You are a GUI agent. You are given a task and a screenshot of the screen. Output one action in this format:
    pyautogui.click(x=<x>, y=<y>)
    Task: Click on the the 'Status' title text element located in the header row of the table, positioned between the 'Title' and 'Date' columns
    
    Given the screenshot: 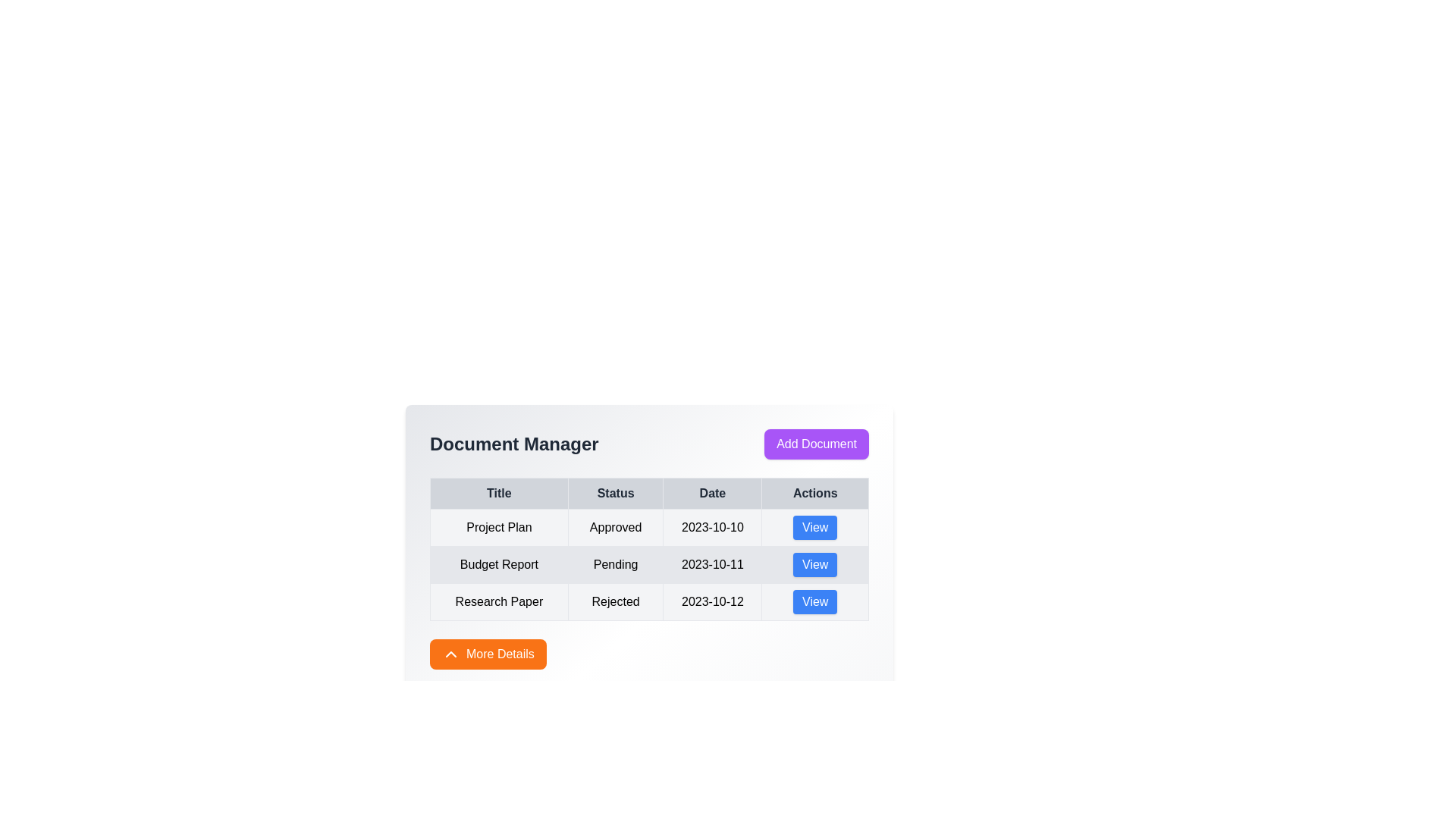 What is the action you would take?
    pyautogui.click(x=616, y=494)
    